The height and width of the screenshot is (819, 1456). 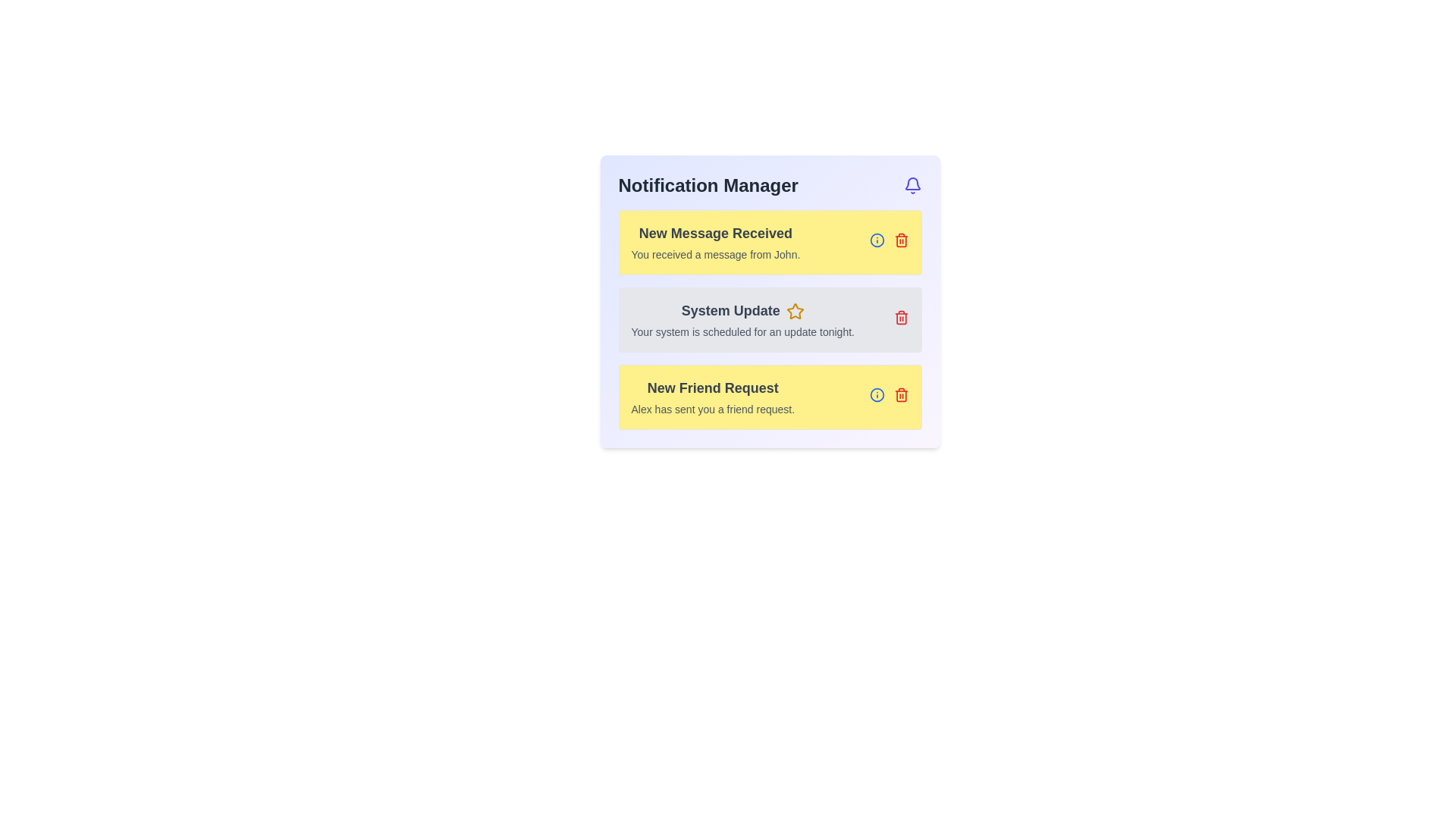 What do you see at coordinates (901, 316) in the screenshot?
I see `the delete button icon located at the right edge of the 'System Update' notification card to possibly see a tooltip` at bounding box center [901, 316].